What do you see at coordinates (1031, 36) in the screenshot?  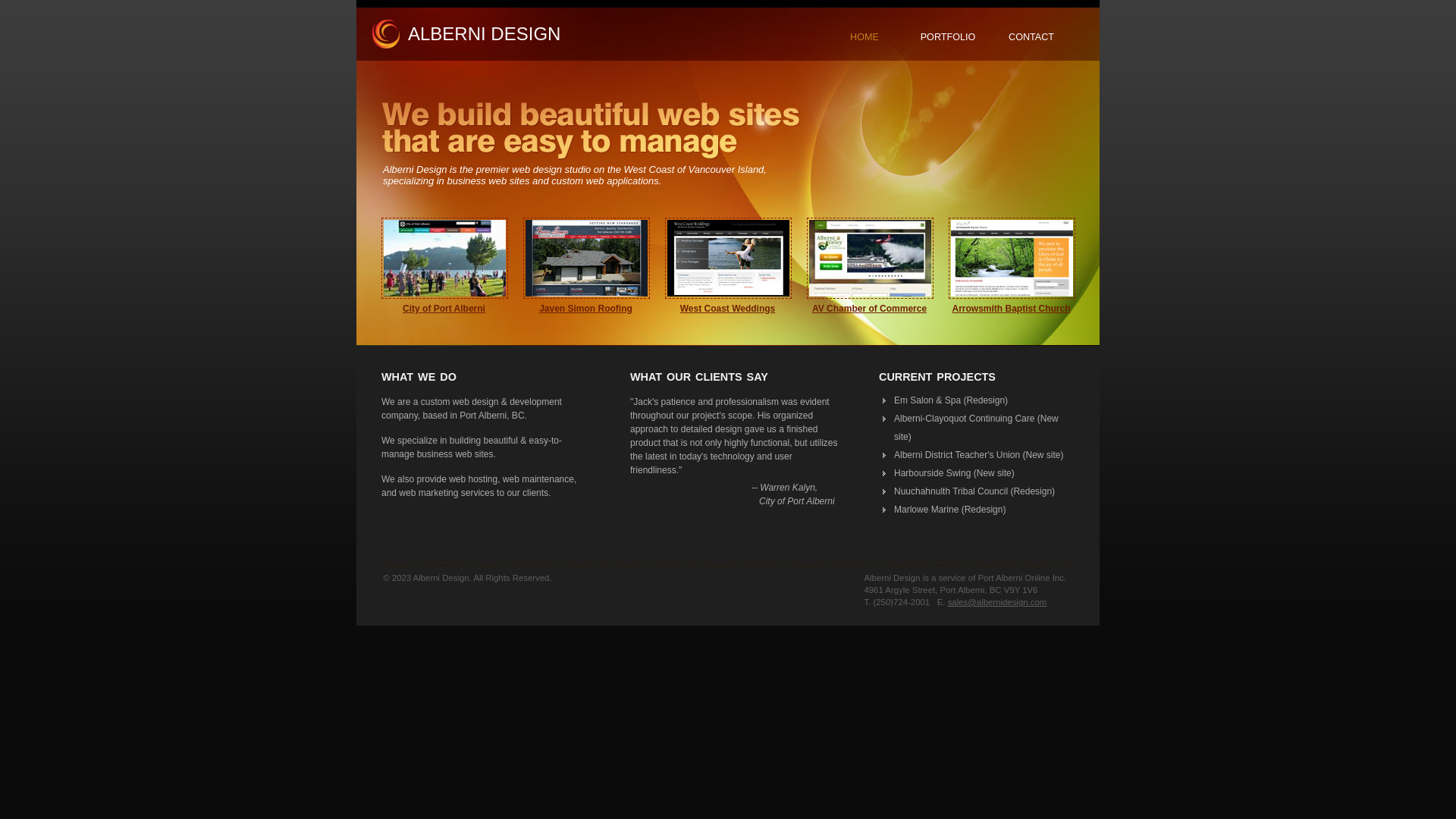 I see `'CONTACT'` at bounding box center [1031, 36].